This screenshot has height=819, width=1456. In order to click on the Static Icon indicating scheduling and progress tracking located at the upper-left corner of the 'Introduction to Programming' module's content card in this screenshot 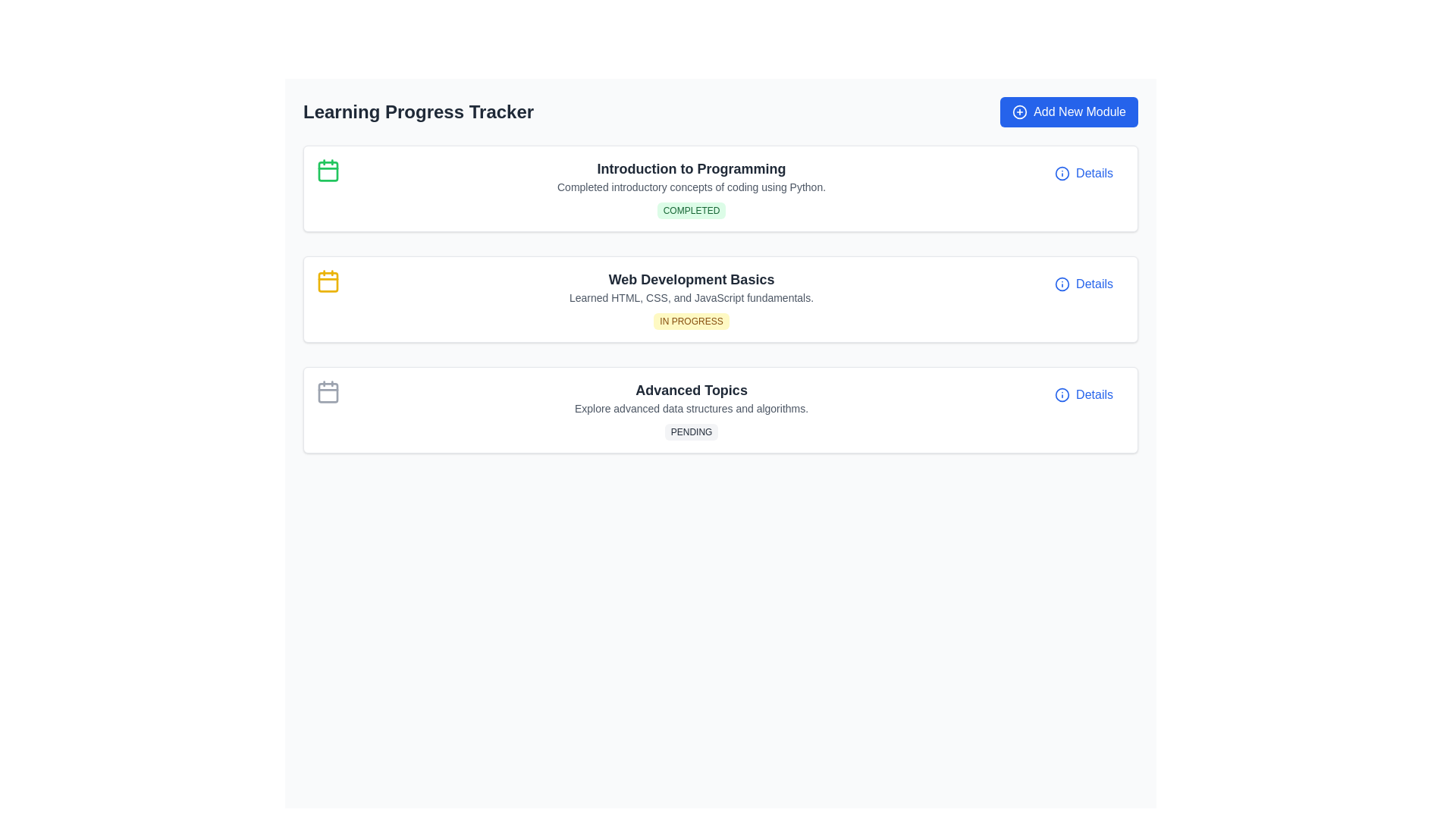, I will do `click(327, 170)`.